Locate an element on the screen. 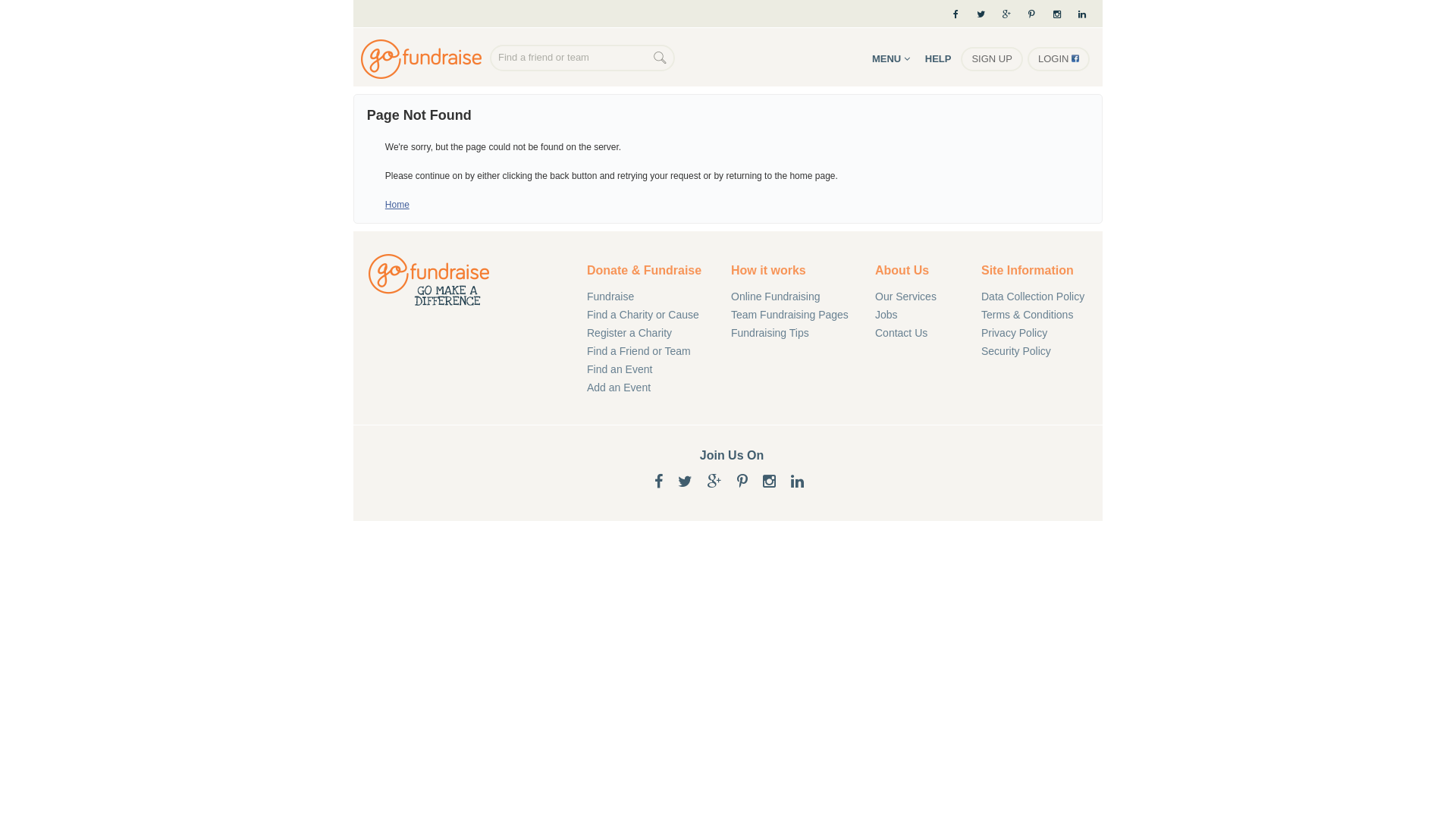 Image resolution: width=1456 pixels, height=819 pixels. 'Privacy Policy' is located at coordinates (1040, 332).